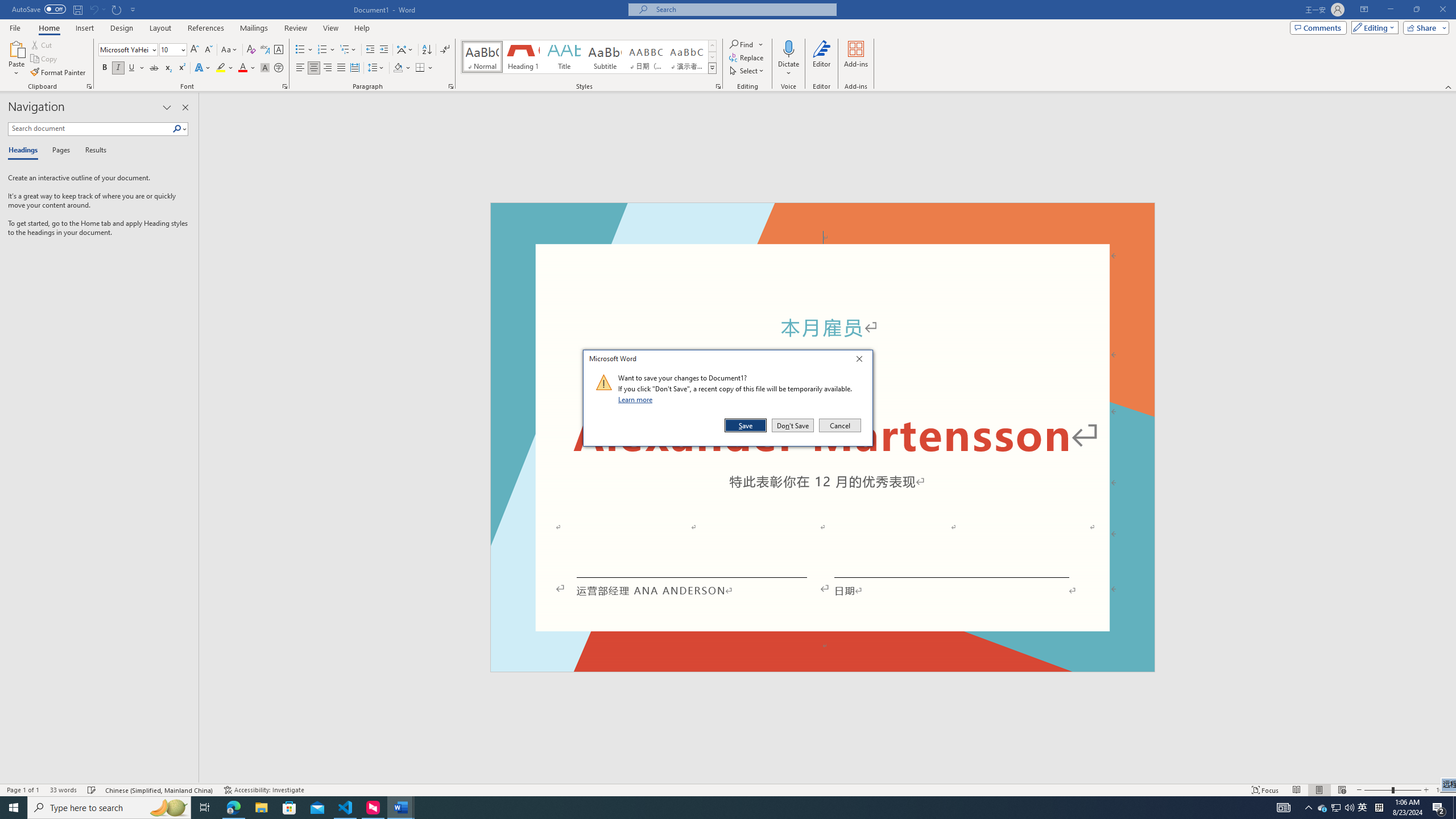 The height and width of the screenshot is (819, 1456). What do you see at coordinates (839, 425) in the screenshot?
I see `'Cancel'` at bounding box center [839, 425].